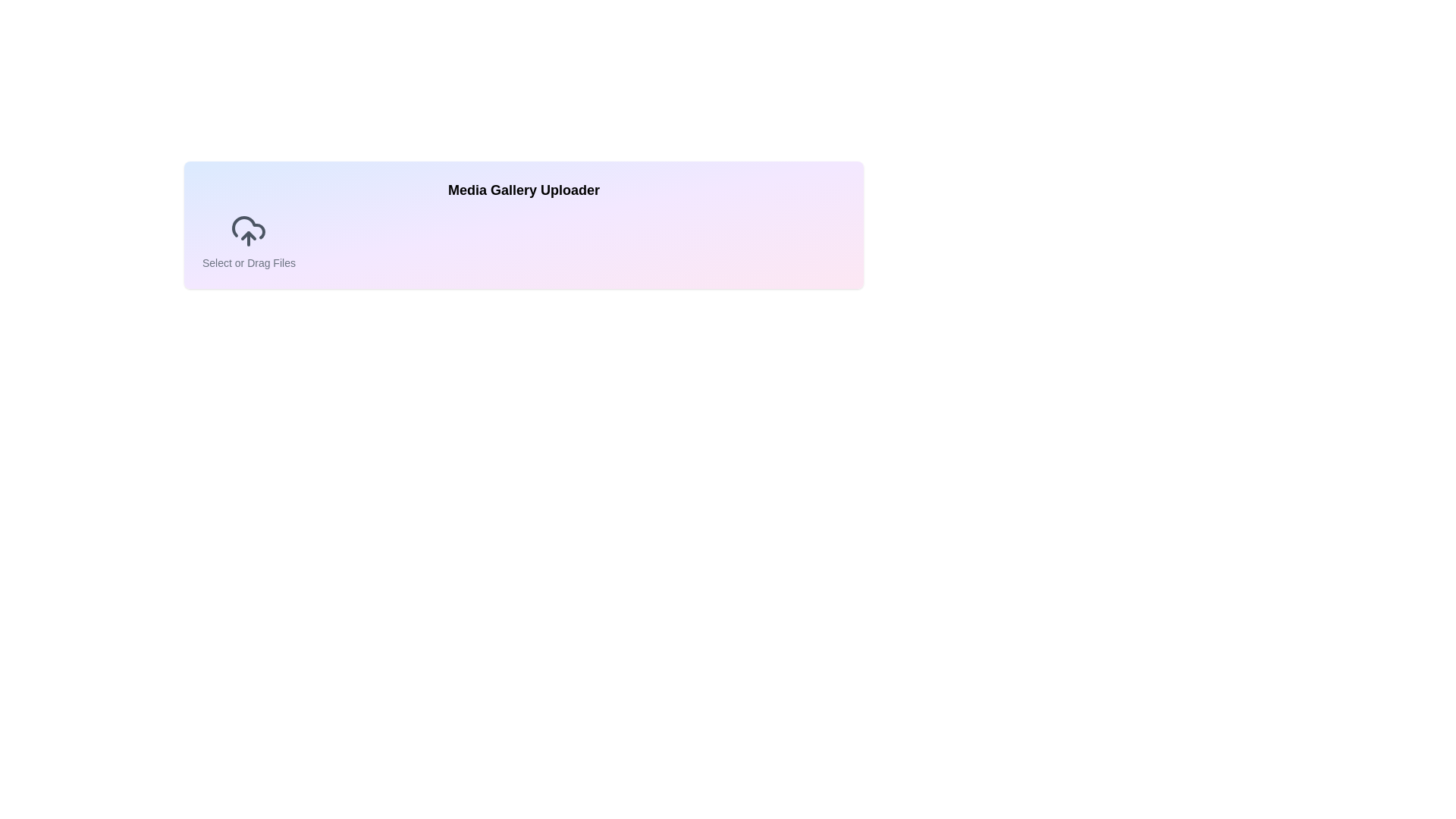 The image size is (1456, 819). I want to click on the upload icon, which is part of the SVG graphic in the media uploader interface, located below the main cloud outline, so click(249, 236).